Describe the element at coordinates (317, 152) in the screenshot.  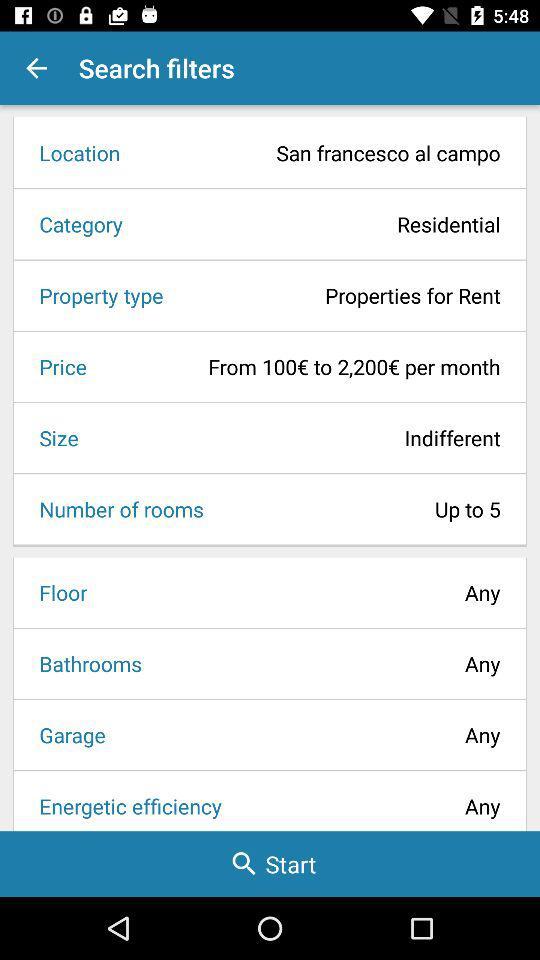
I see `the icon above the category` at that location.